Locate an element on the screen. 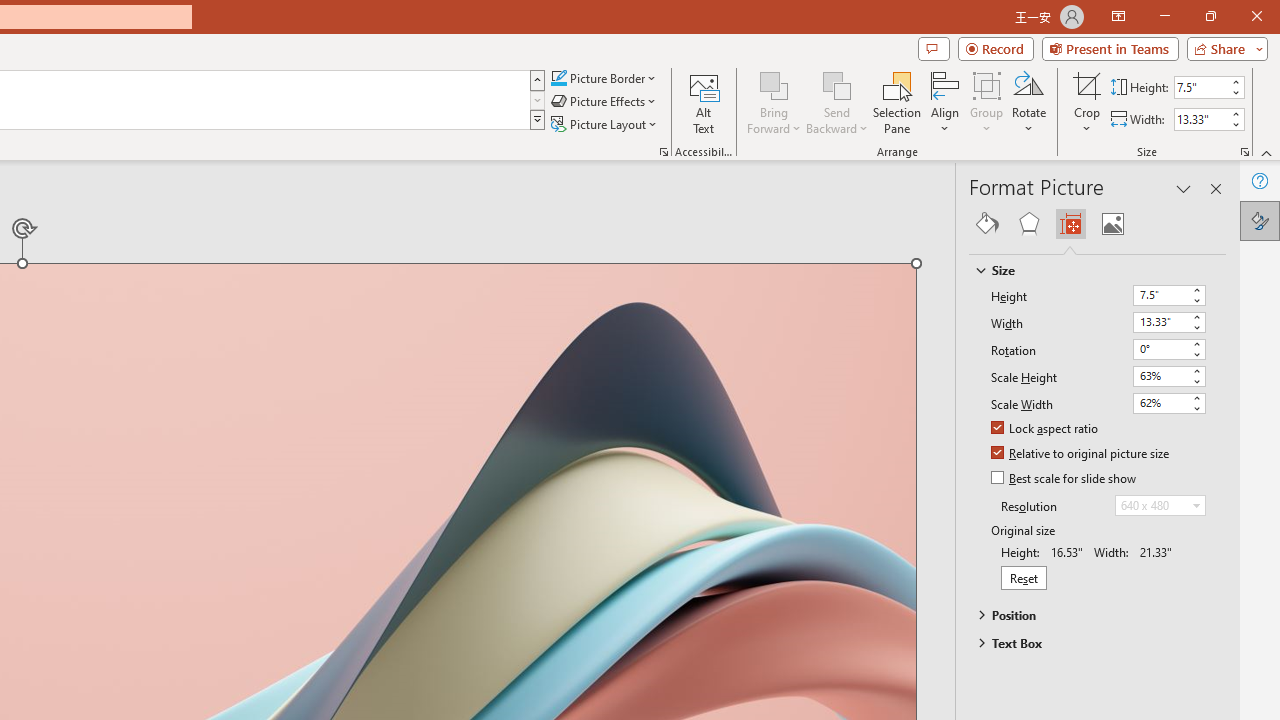 The width and height of the screenshot is (1280, 720). 'Group' is located at coordinates (987, 103).